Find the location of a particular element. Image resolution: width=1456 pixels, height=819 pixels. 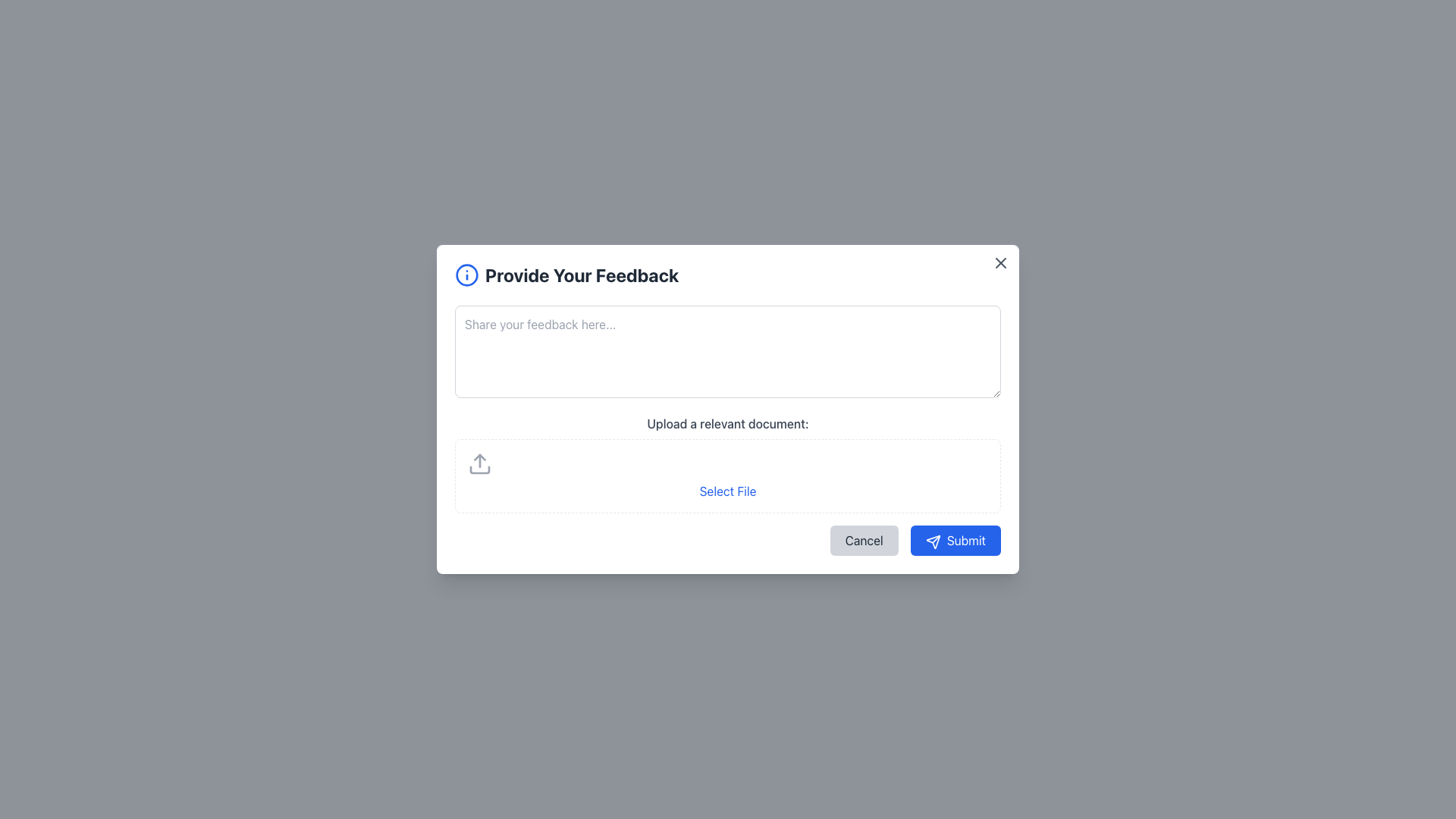

the paper plane icon embedded within the blue 'Submit' button, located on the right side of the modal footer is located at coordinates (932, 541).